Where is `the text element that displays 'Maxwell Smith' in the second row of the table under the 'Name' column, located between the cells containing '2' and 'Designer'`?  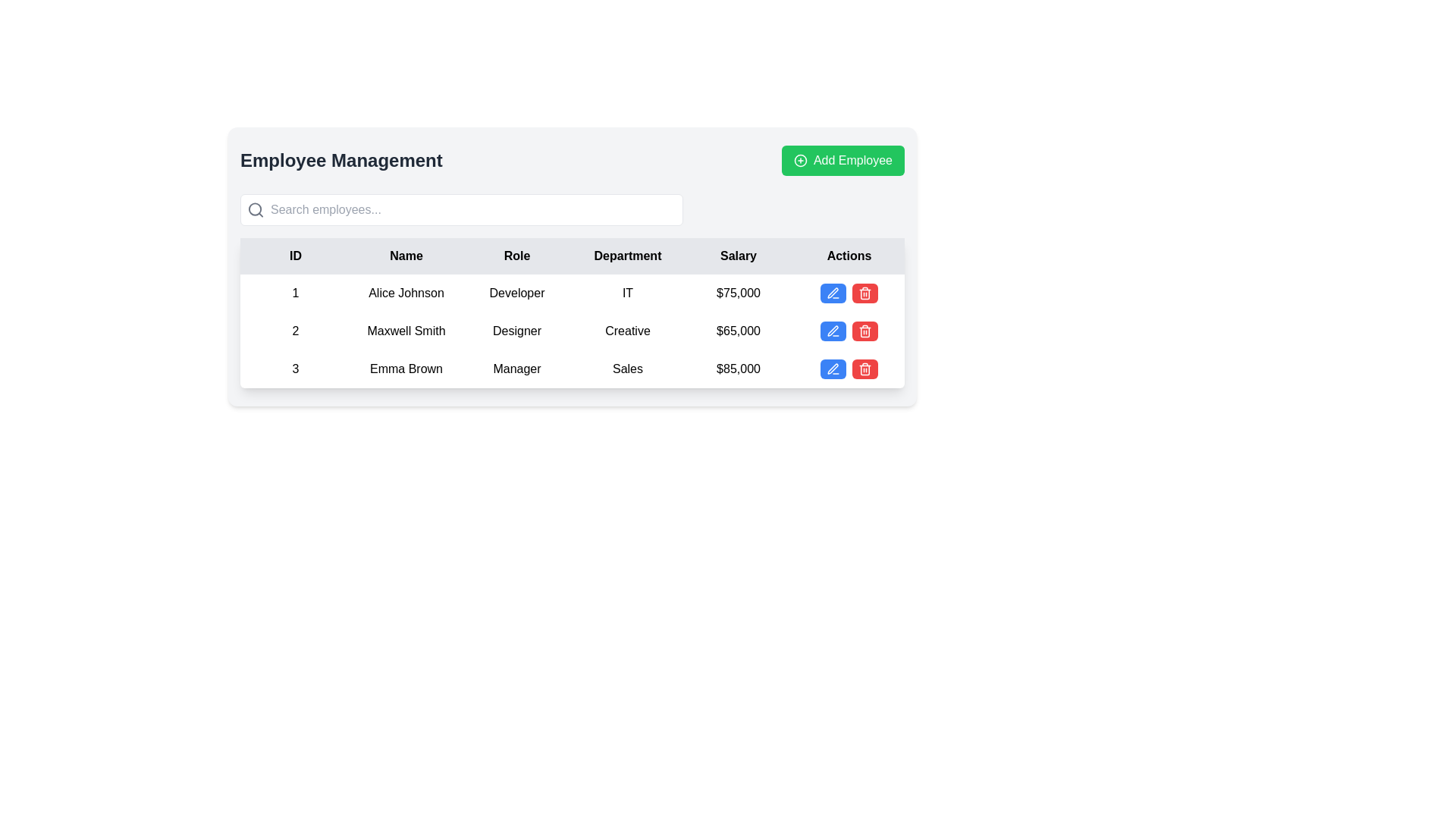
the text element that displays 'Maxwell Smith' in the second row of the table under the 'Name' column, located between the cells containing '2' and 'Designer' is located at coordinates (406, 330).